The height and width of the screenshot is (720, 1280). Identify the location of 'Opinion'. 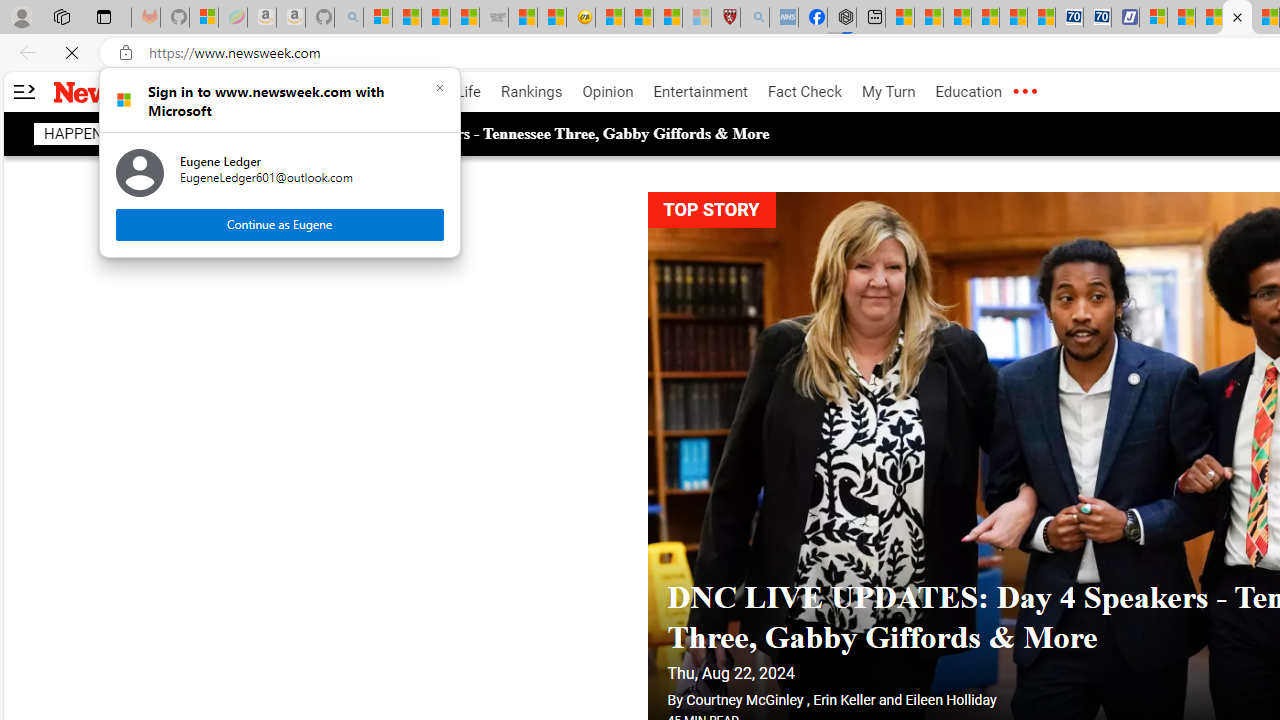
(607, 92).